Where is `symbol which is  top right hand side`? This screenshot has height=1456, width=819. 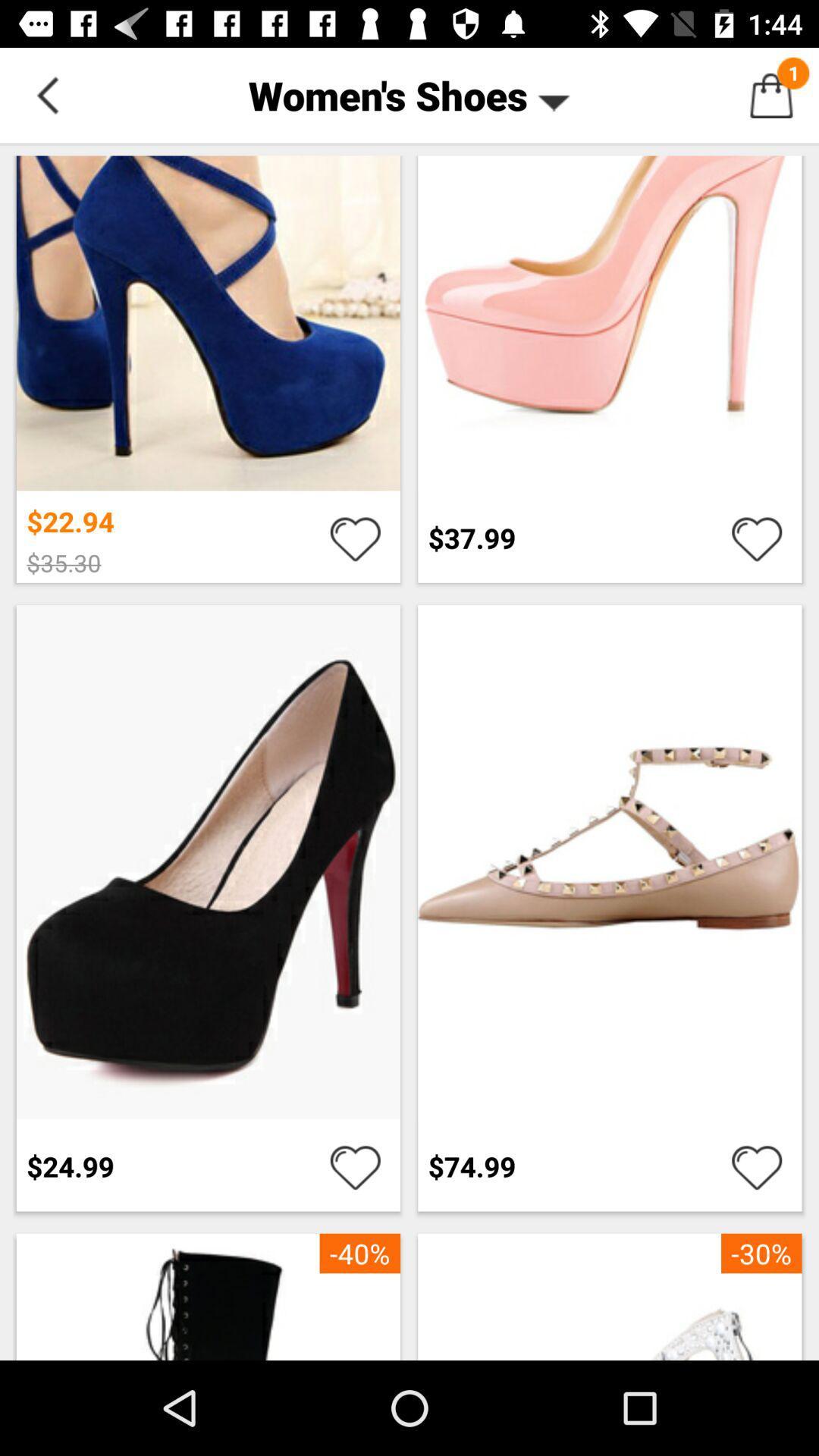
symbol which is  top right hand side is located at coordinates (771, 94).